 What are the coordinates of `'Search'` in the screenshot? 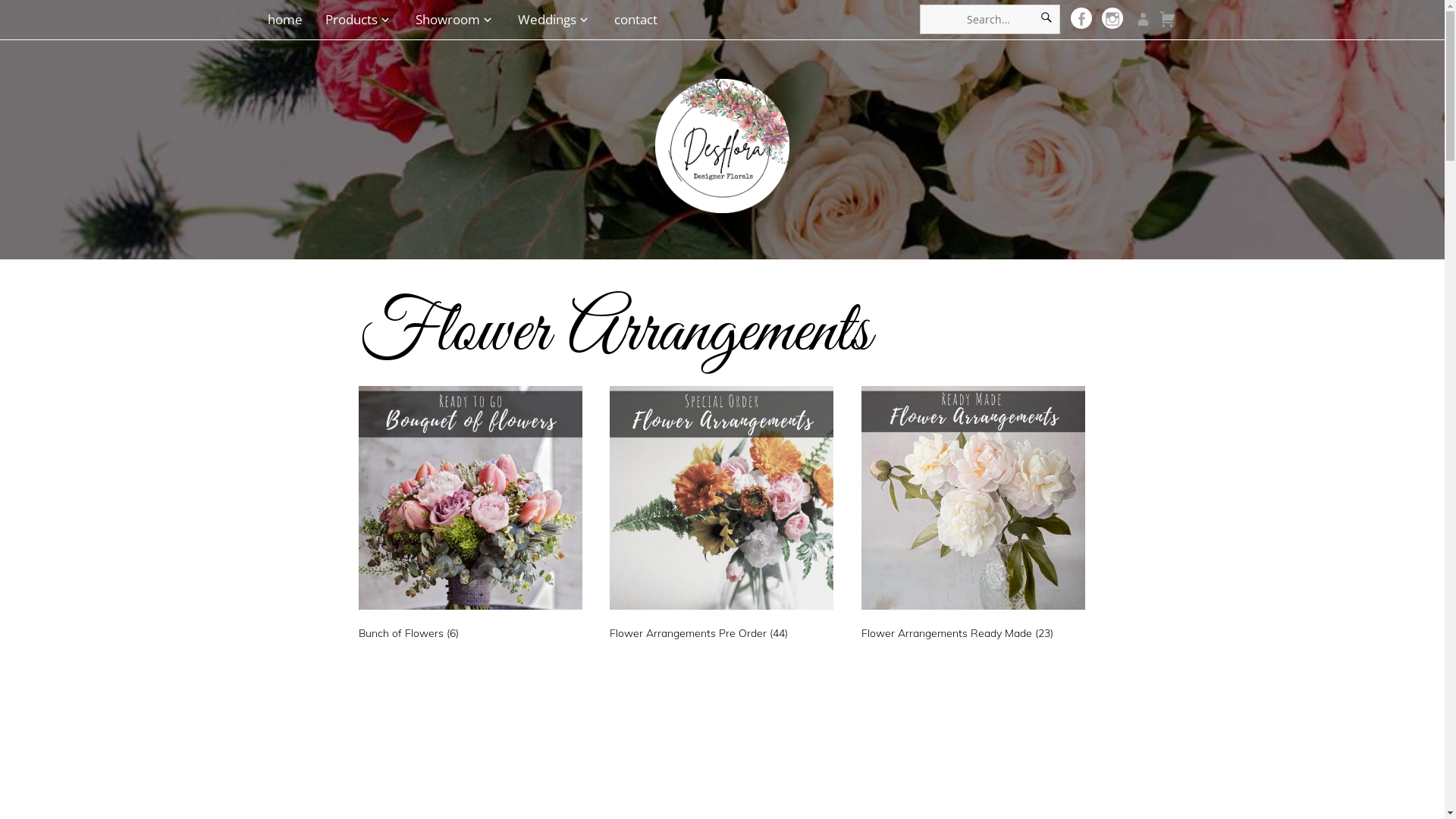 It's located at (1046, 19).